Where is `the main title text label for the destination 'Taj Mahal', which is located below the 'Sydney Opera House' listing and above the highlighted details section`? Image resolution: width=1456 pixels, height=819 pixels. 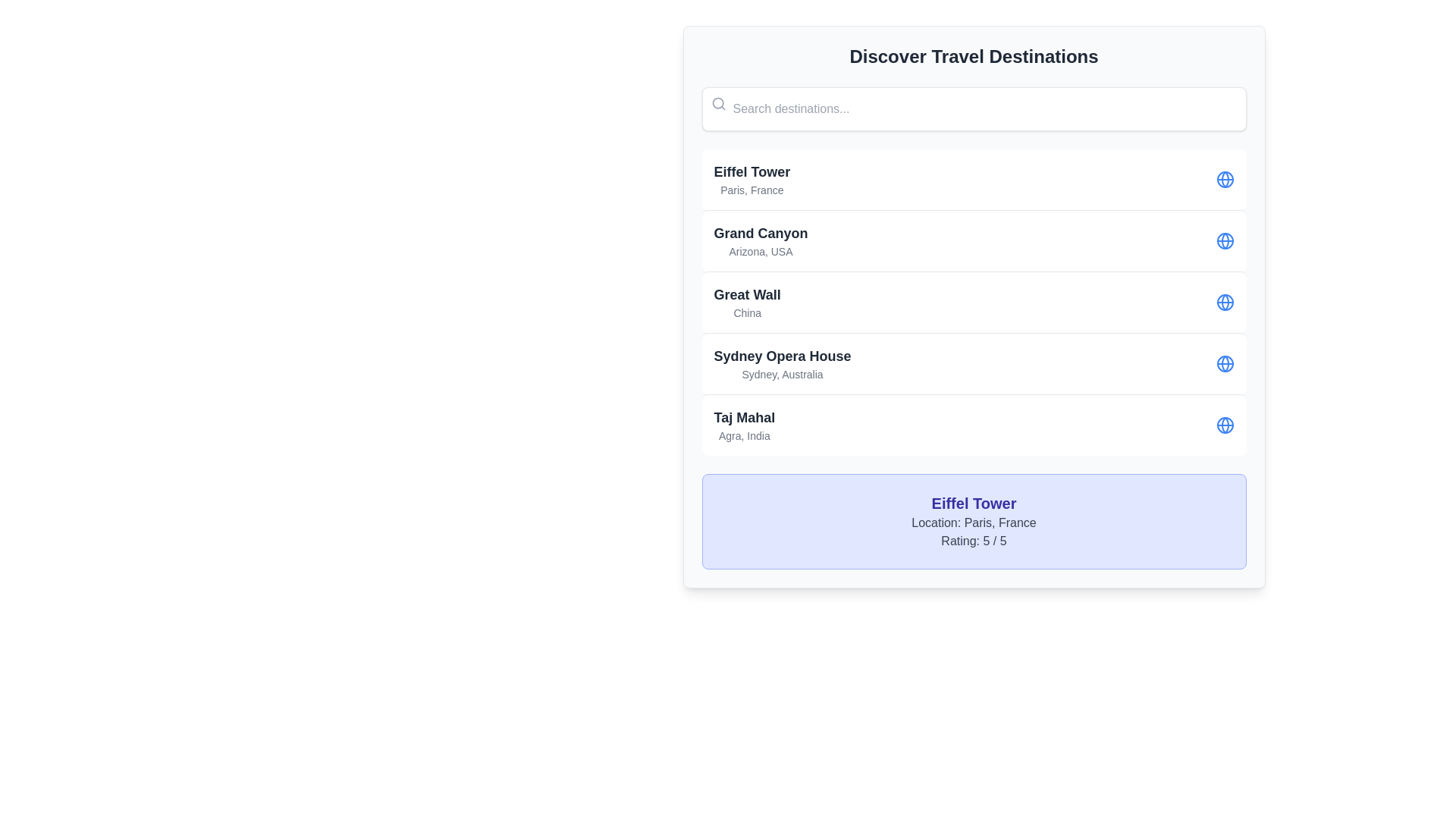 the main title text label for the destination 'Taj Mahal', which is located below the 'Sydney Opera House' listing and above the highlighted details section is located at coordinates (744, 418).